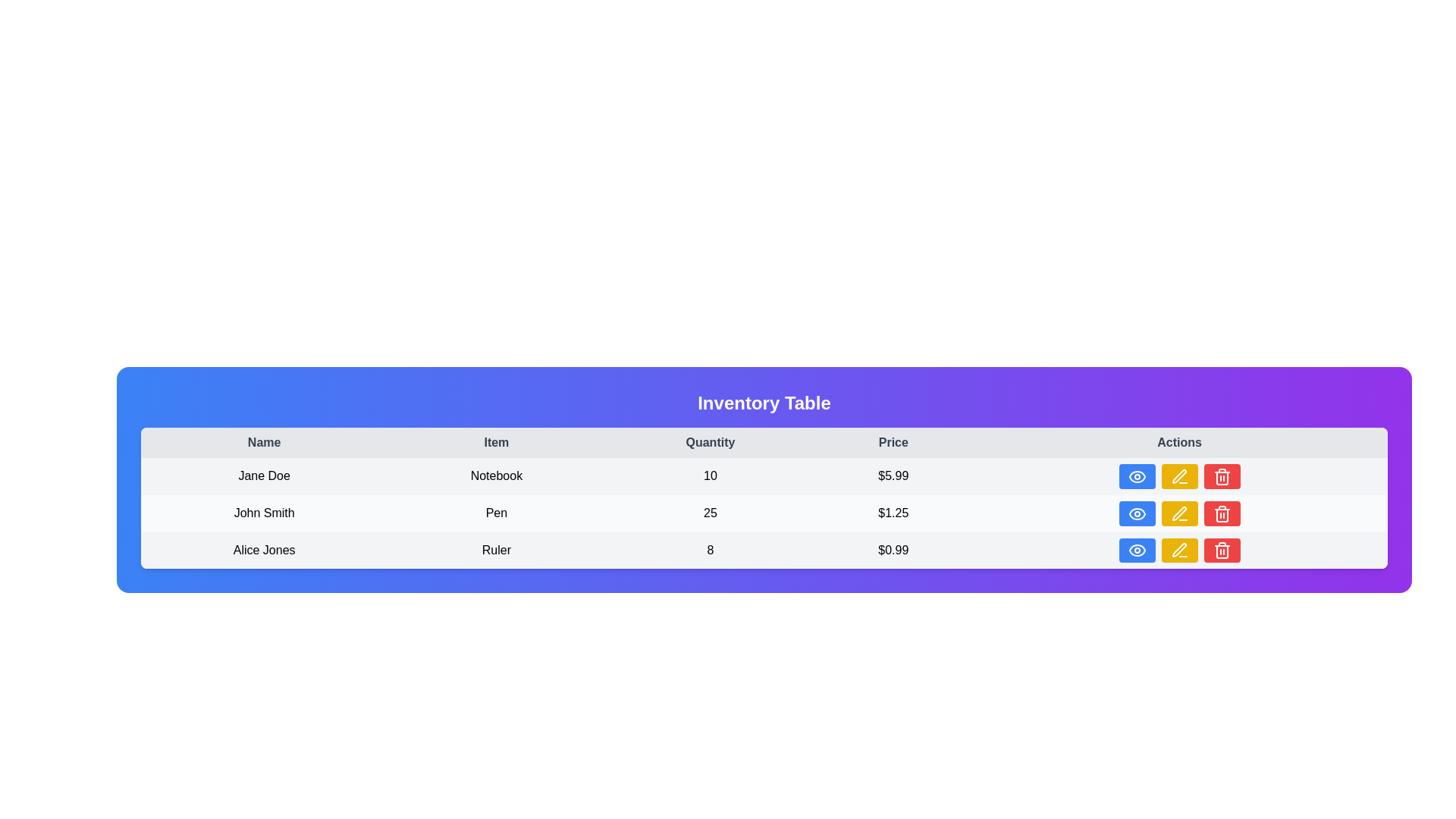  I want to click on price value from the text label located in the fourth column of the third row of the table for the item associated with Alice Jones, so click(893, 550).